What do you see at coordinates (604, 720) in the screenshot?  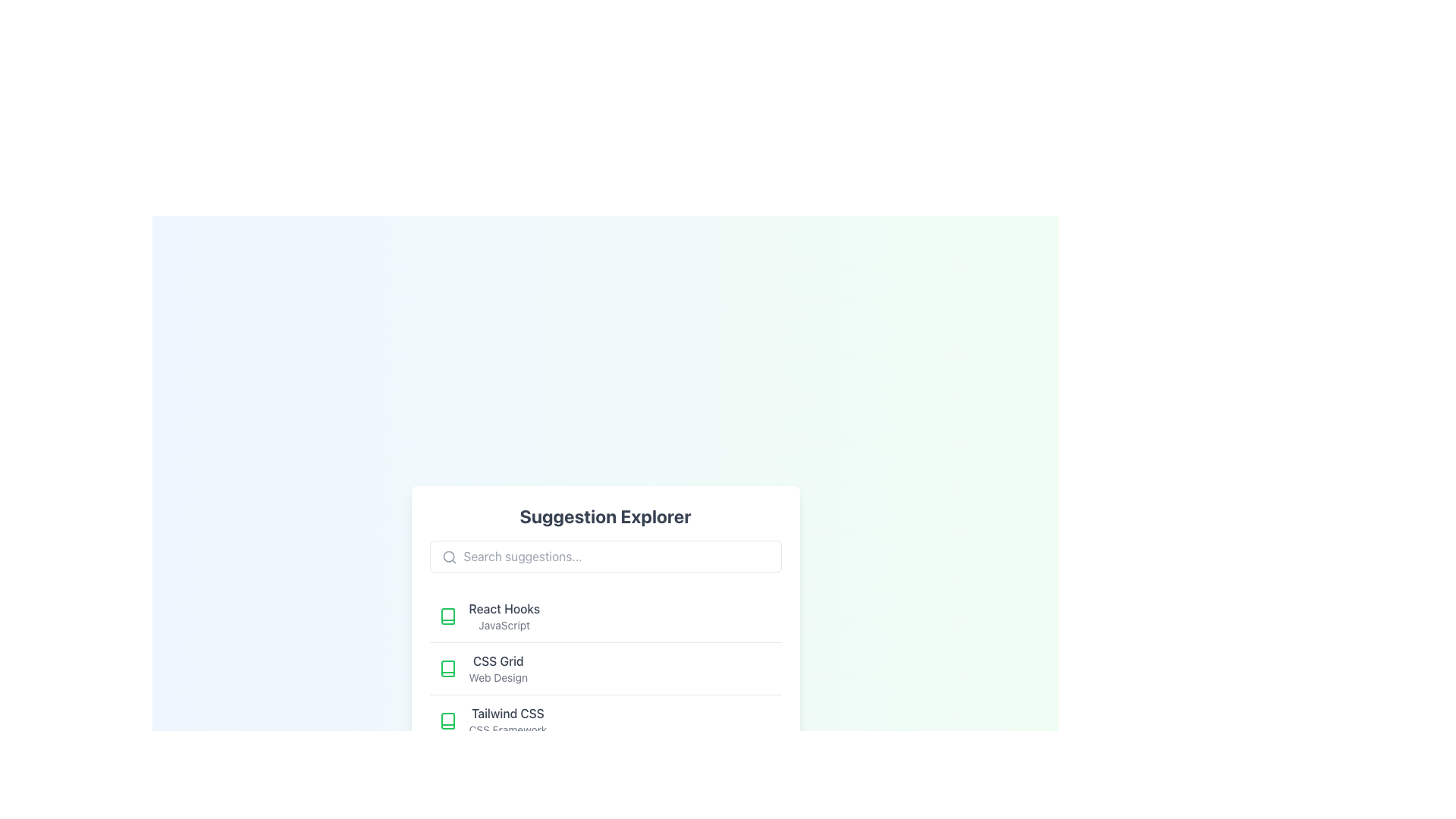 I see `the third entry in the suggestion list that provides information about 'Tailwind CSS'` at bounding box center [604, 720].